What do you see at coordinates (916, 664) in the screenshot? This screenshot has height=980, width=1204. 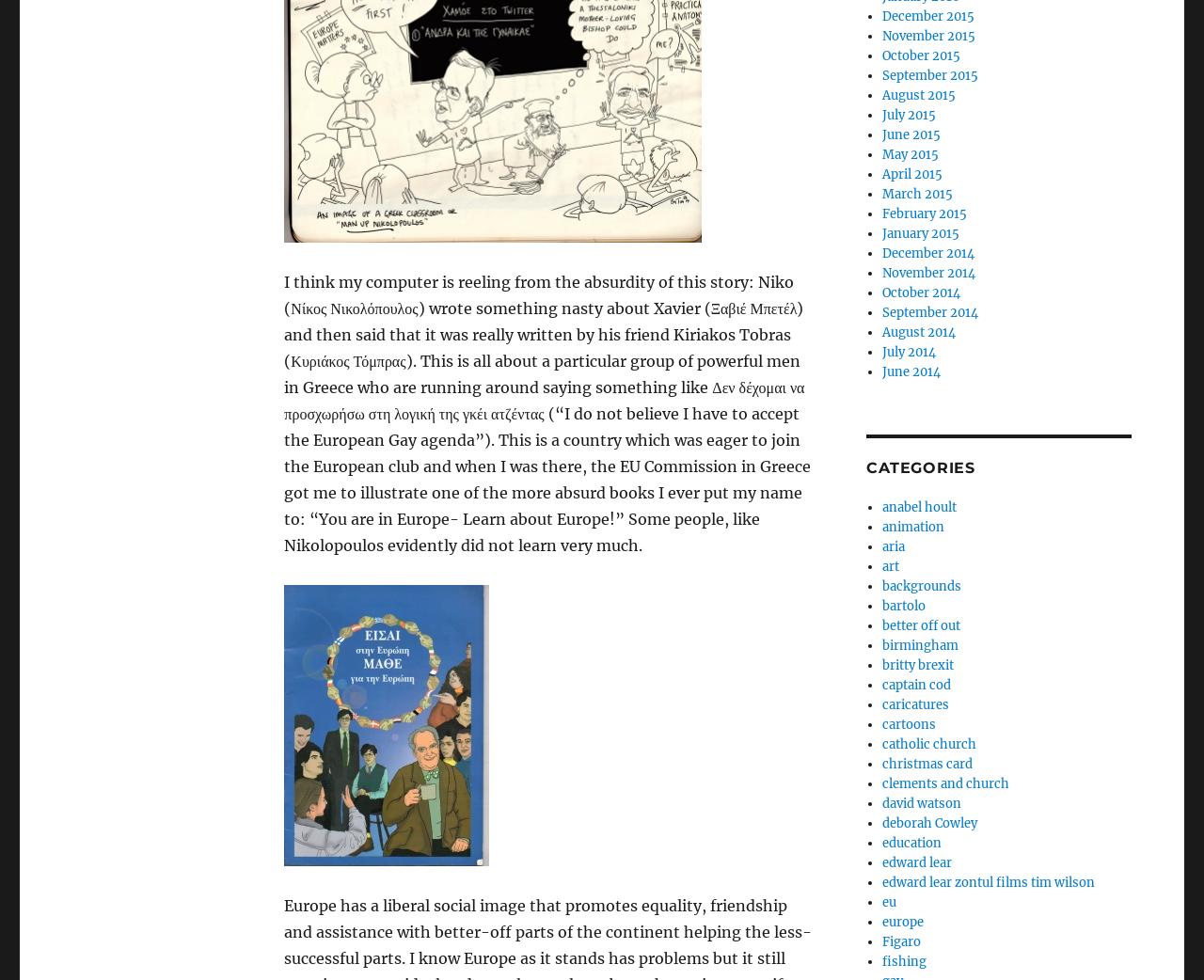 I see `'britty brexit'` at bounding box center [916, 664].